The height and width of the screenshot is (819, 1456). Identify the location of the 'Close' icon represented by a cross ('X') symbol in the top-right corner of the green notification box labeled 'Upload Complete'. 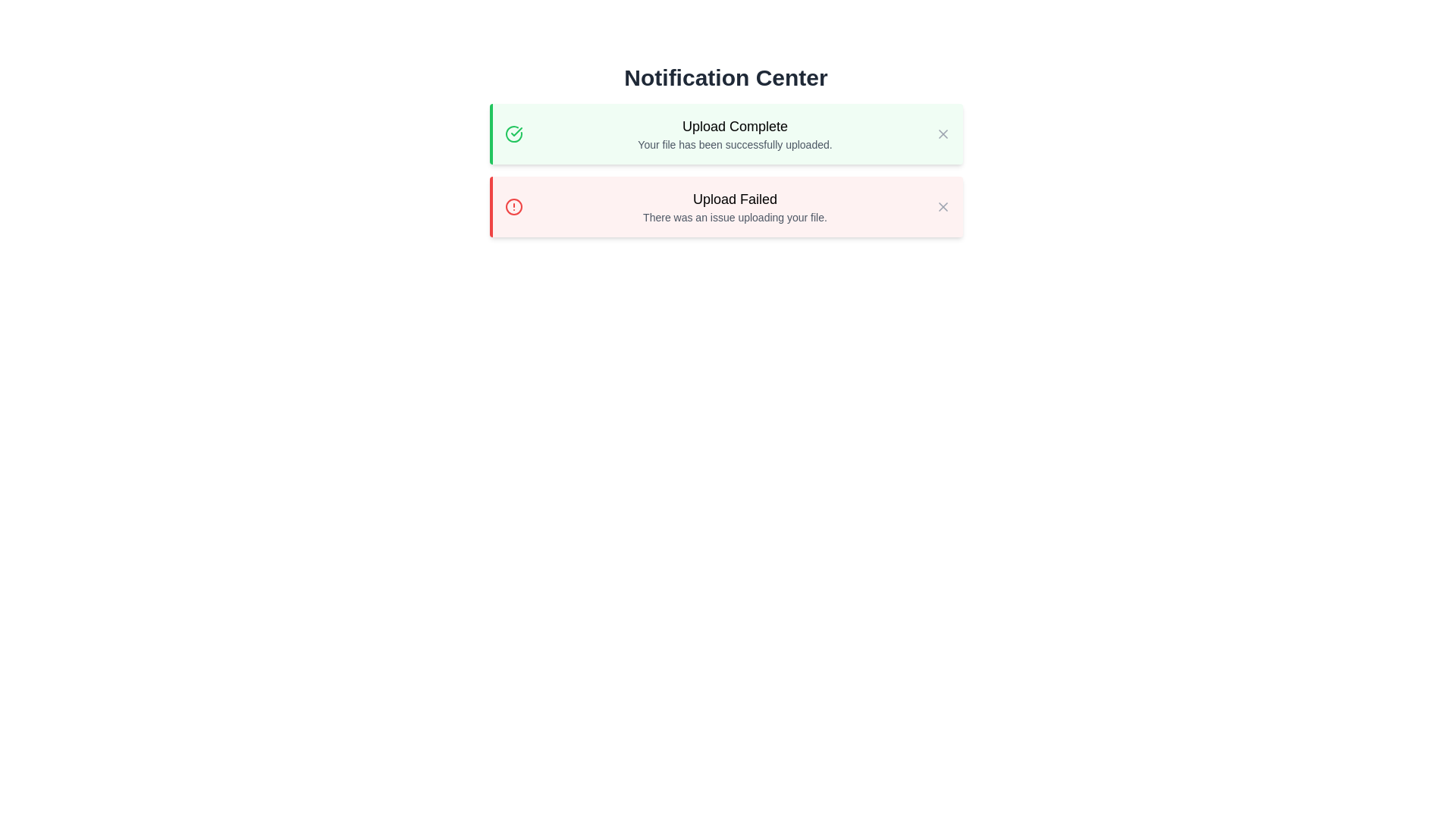
(942, 133).